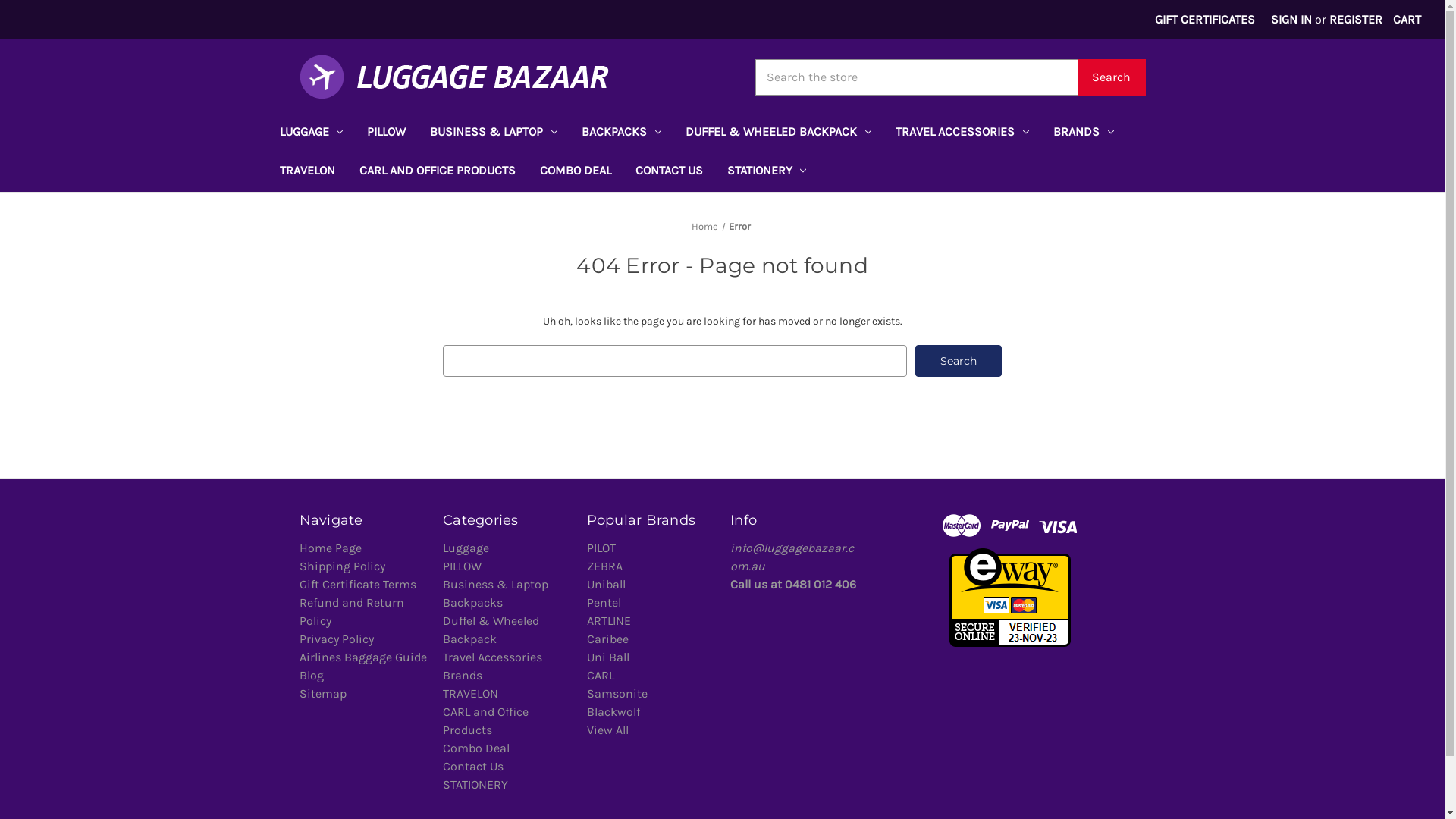 The height and width of the screenshot is (819, 1456). Describe the element at coordinates (475, 747) in the screenshot. I see `'Combo Deal'` at that location.